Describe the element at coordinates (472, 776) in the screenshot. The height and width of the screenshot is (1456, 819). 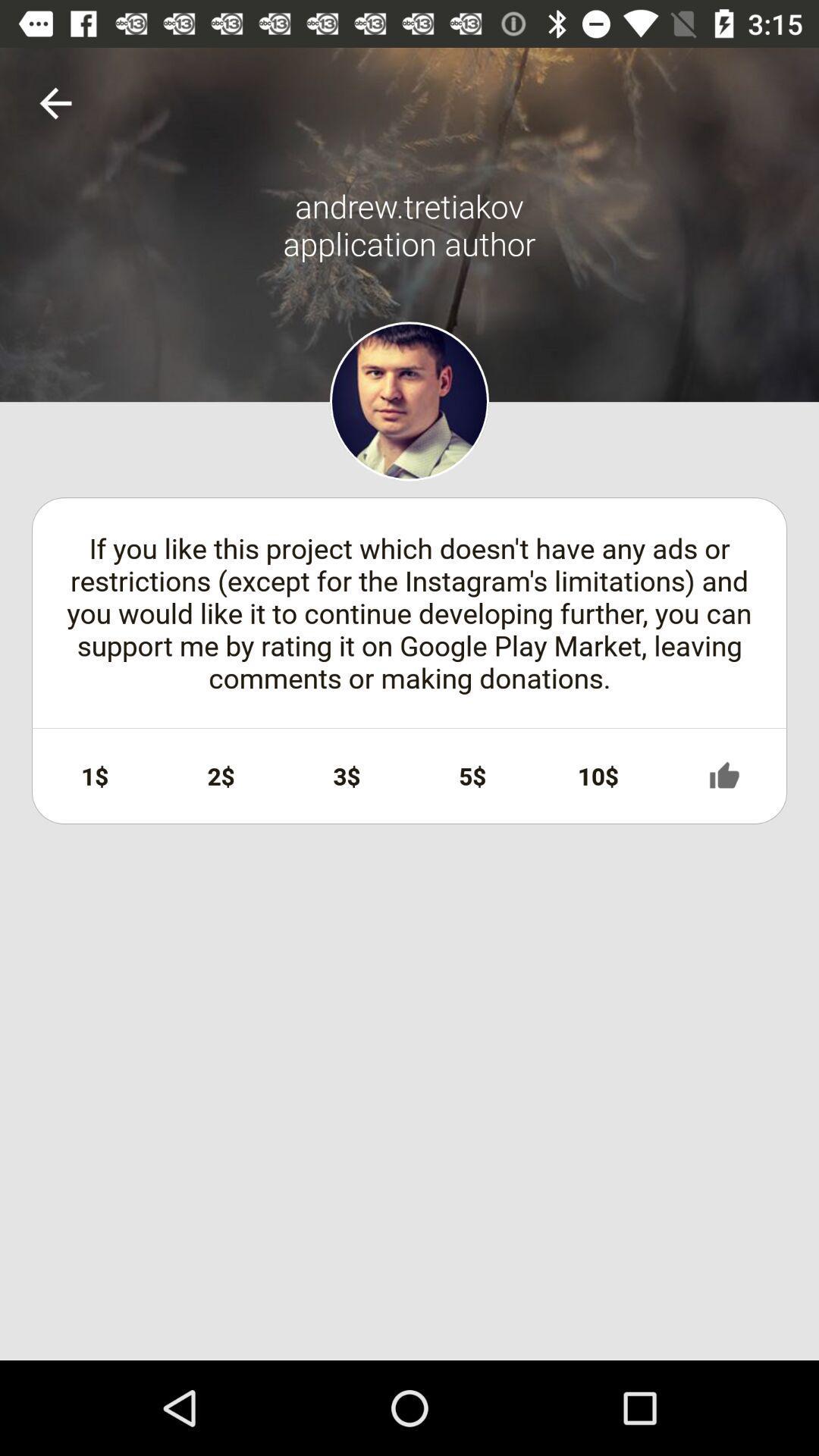
I see `icon to the right of 3$ item` at that location.